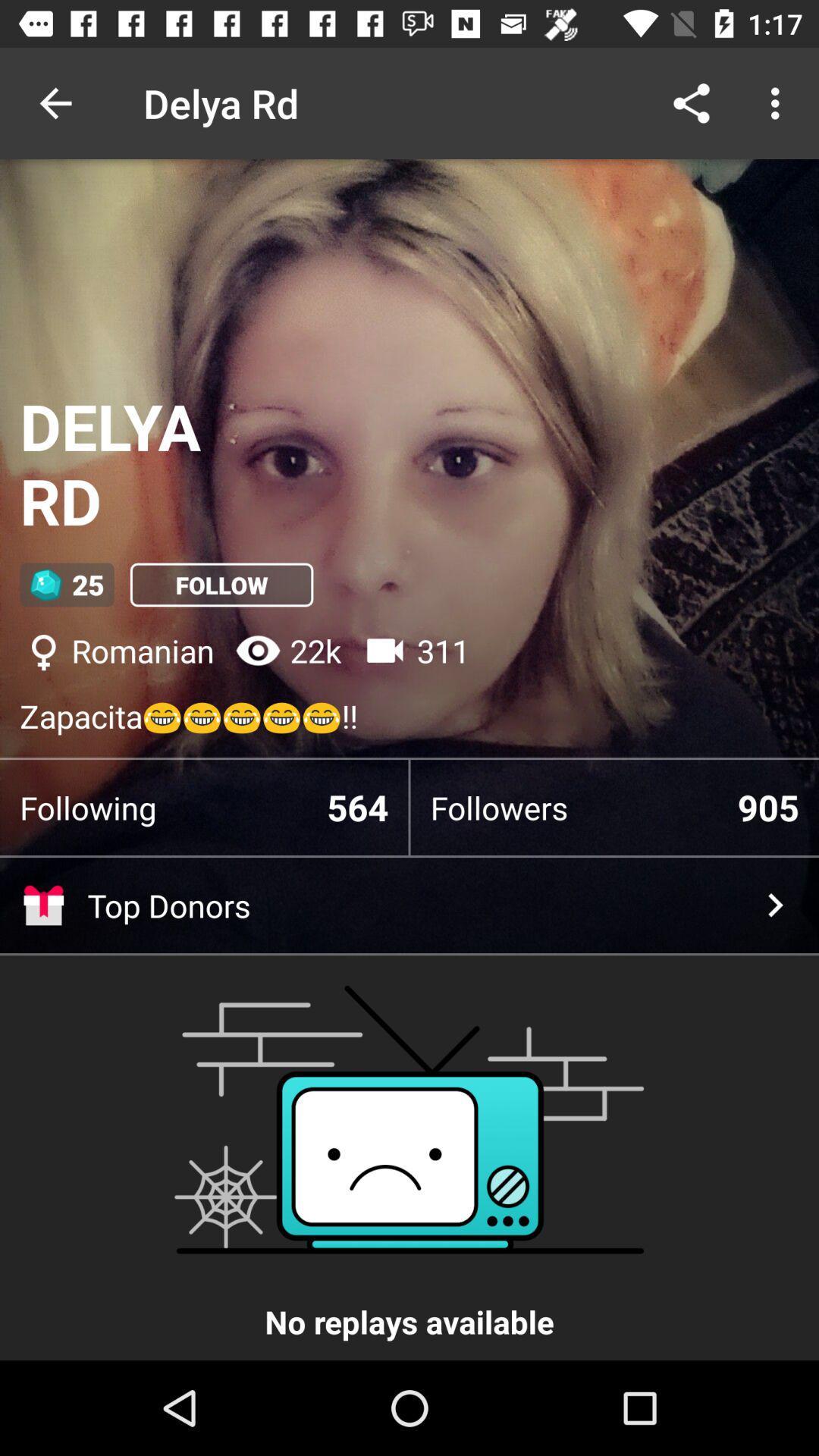 This screenshot has height=1456, width=819. Describe the element at coordinates (66, 584) in the screenshot. I see `the item below delya` at that location.